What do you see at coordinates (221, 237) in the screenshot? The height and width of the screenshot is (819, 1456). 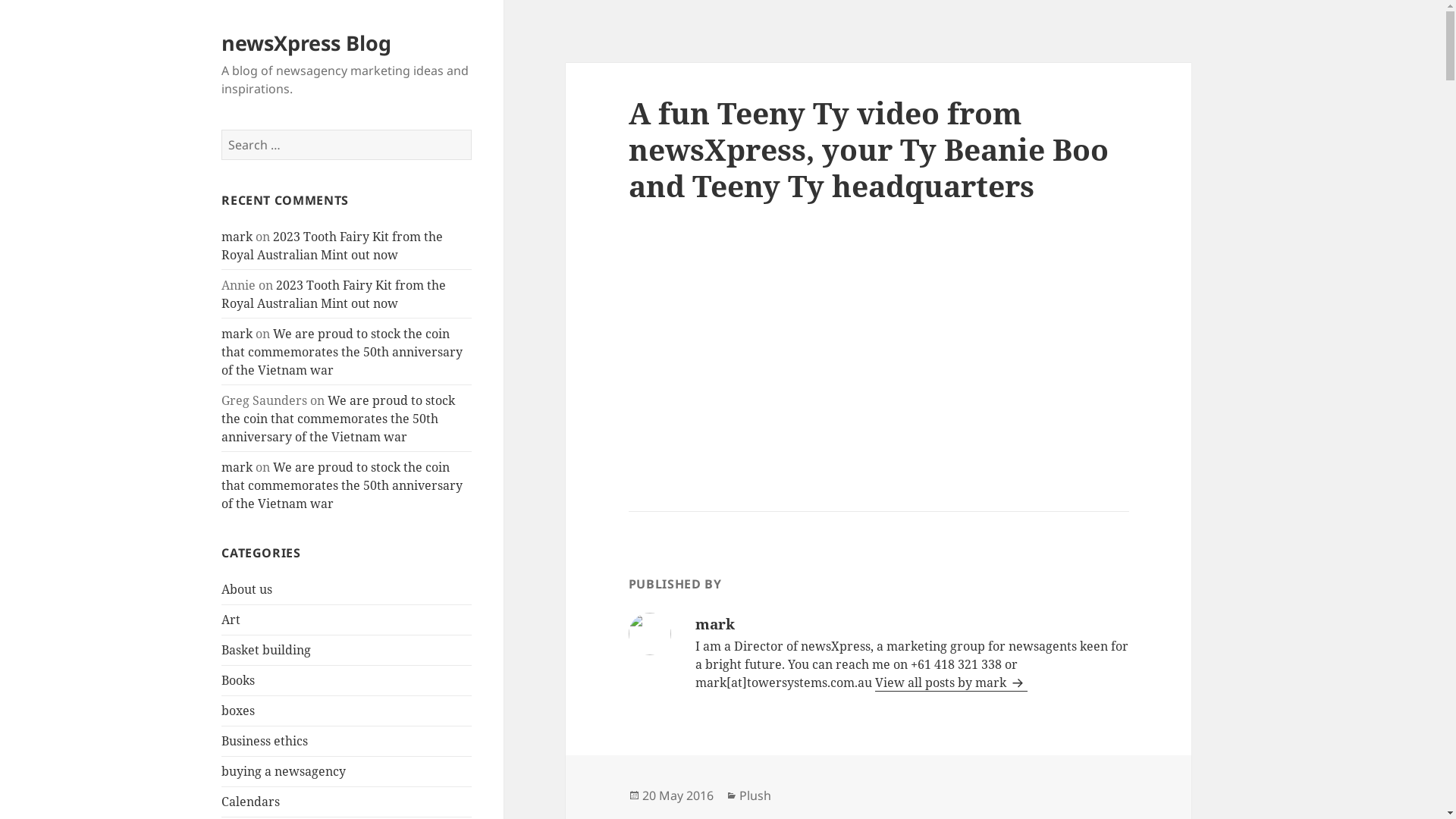 I see `'mark'` at bounding box center [221, 237].